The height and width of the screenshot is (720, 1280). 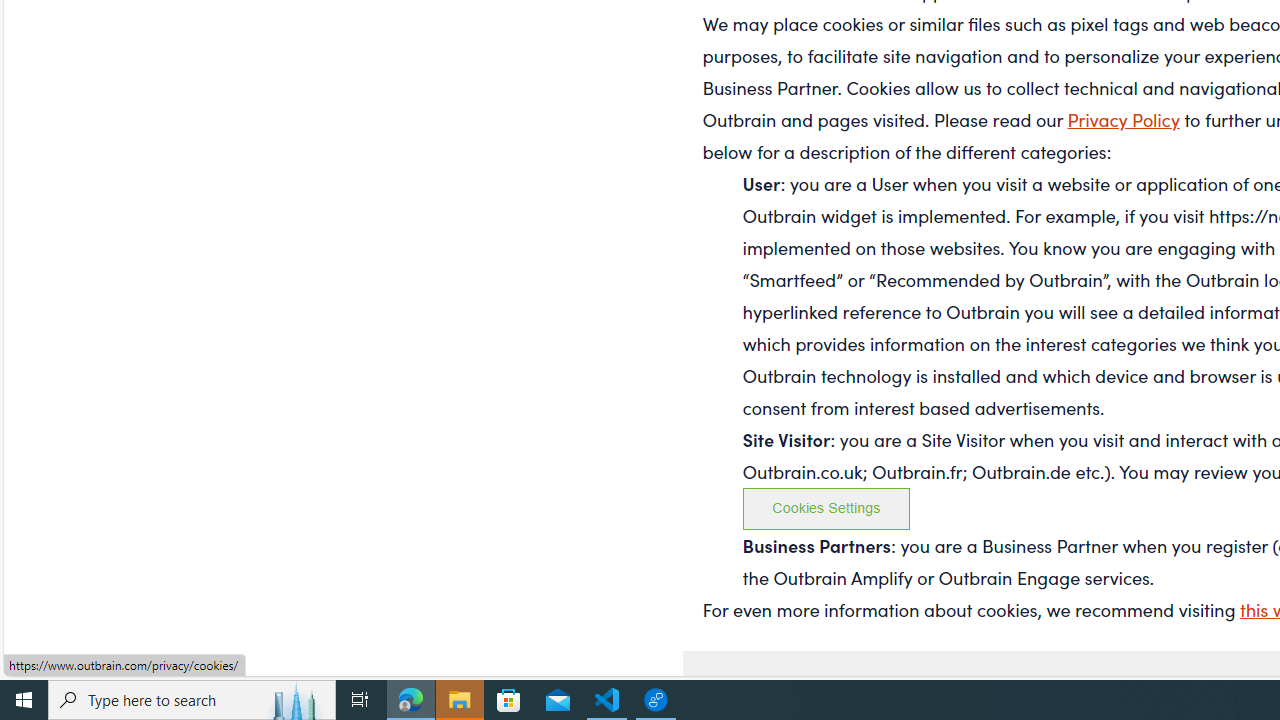 I want to click on 'Privacy Policy', so click(x=1123, y=118).